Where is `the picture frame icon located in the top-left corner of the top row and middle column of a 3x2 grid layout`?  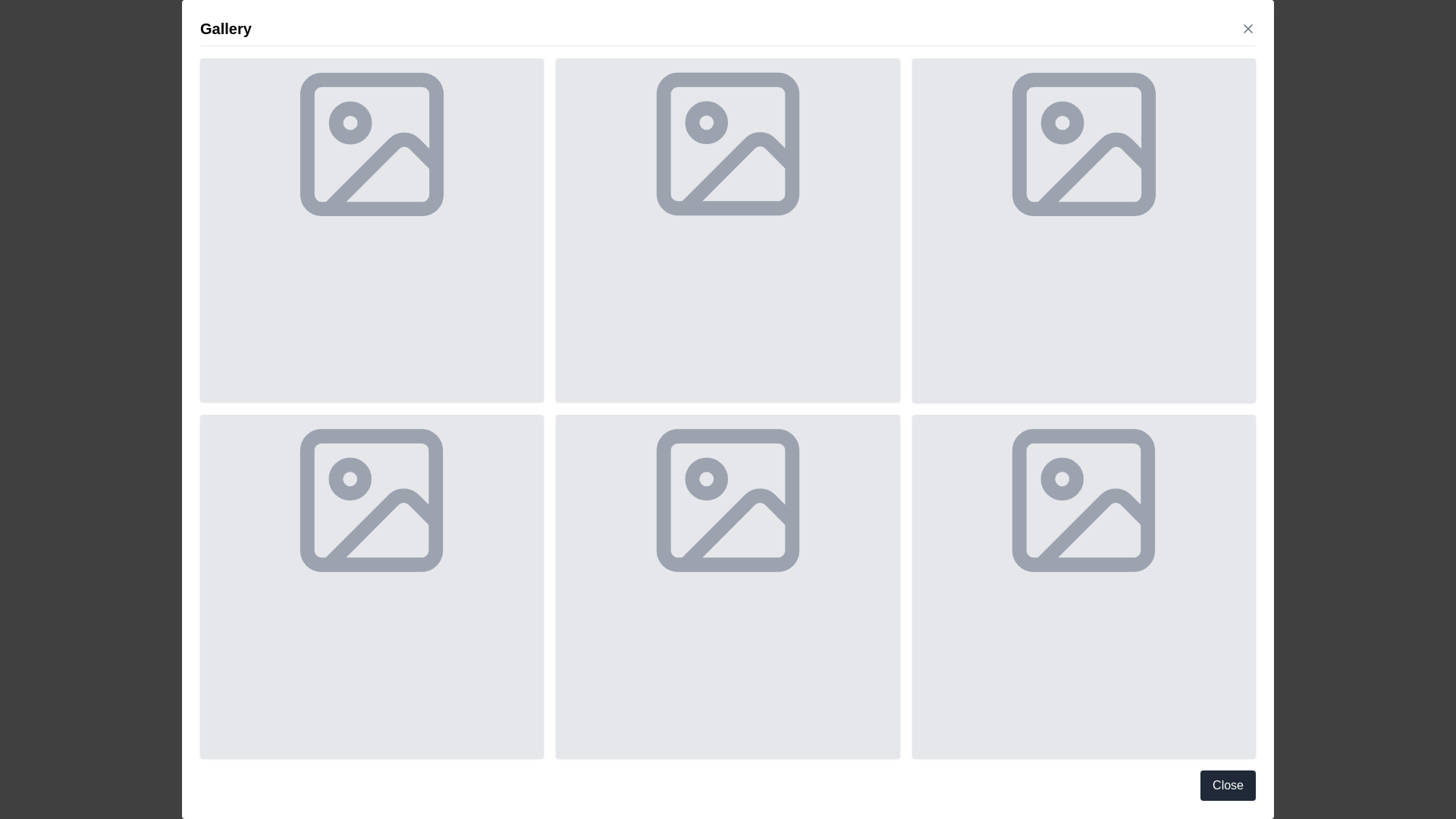 the picture frame icon located in the top-left corner of the top row and middle column of a 3x2 grid layout is located at coordinates (728, 144).